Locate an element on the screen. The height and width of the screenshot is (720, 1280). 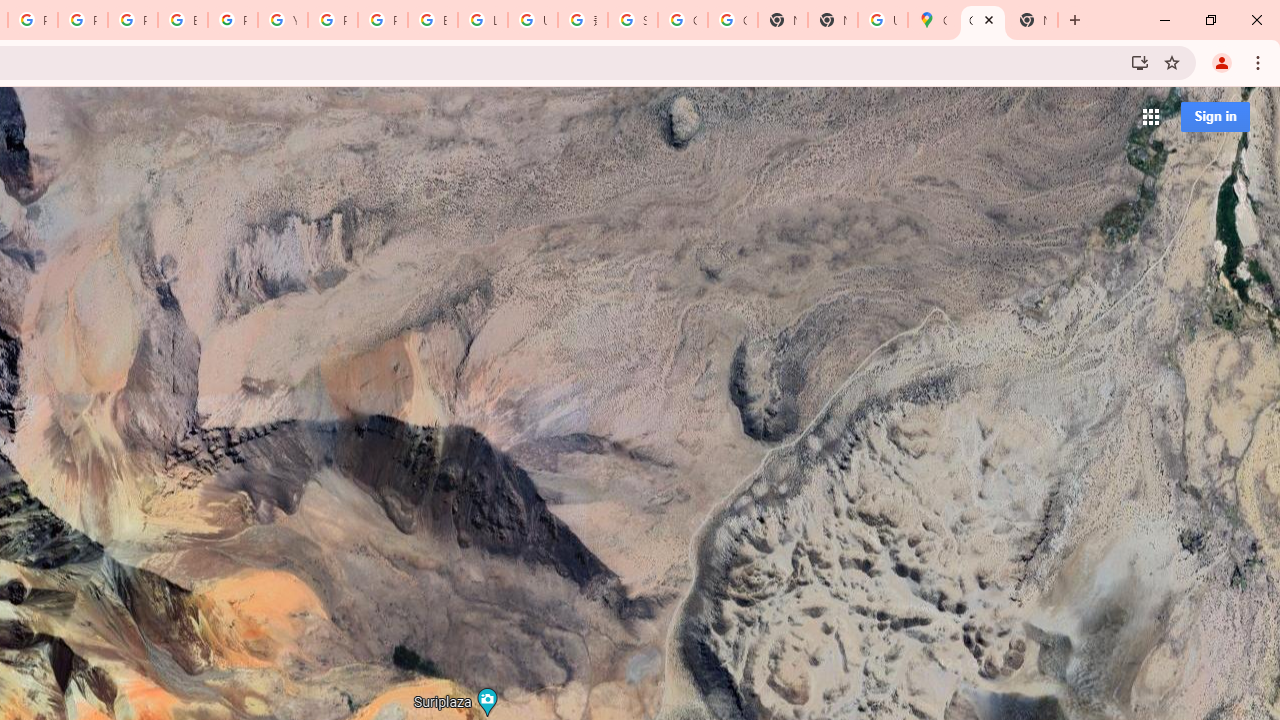
'Use Google Maps in Space - Google Maps Help' is located at coordinates (881, 20).